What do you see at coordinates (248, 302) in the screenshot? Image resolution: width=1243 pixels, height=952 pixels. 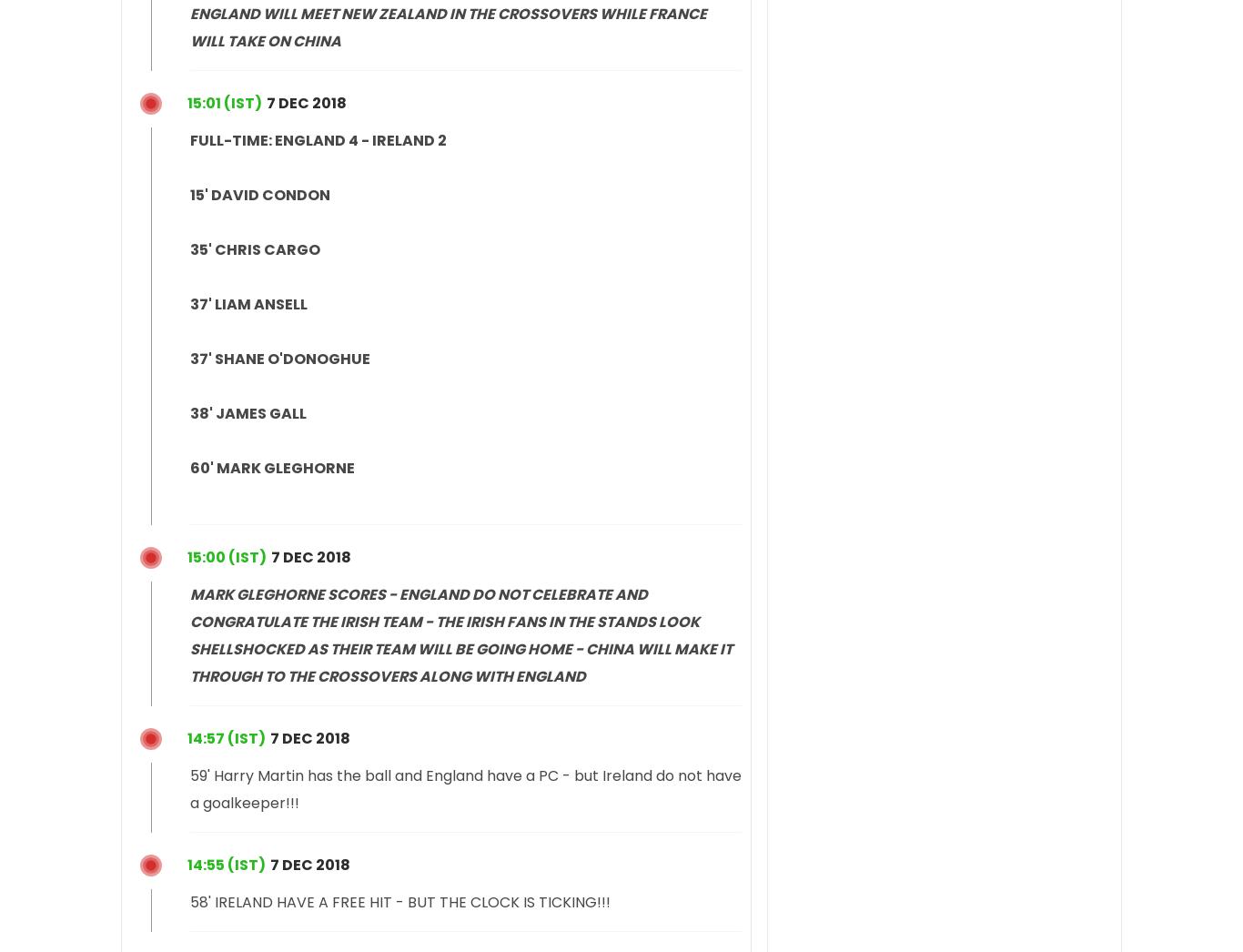 I see `'37' LIAM ANSELL'` at bounding box center [248, 302].